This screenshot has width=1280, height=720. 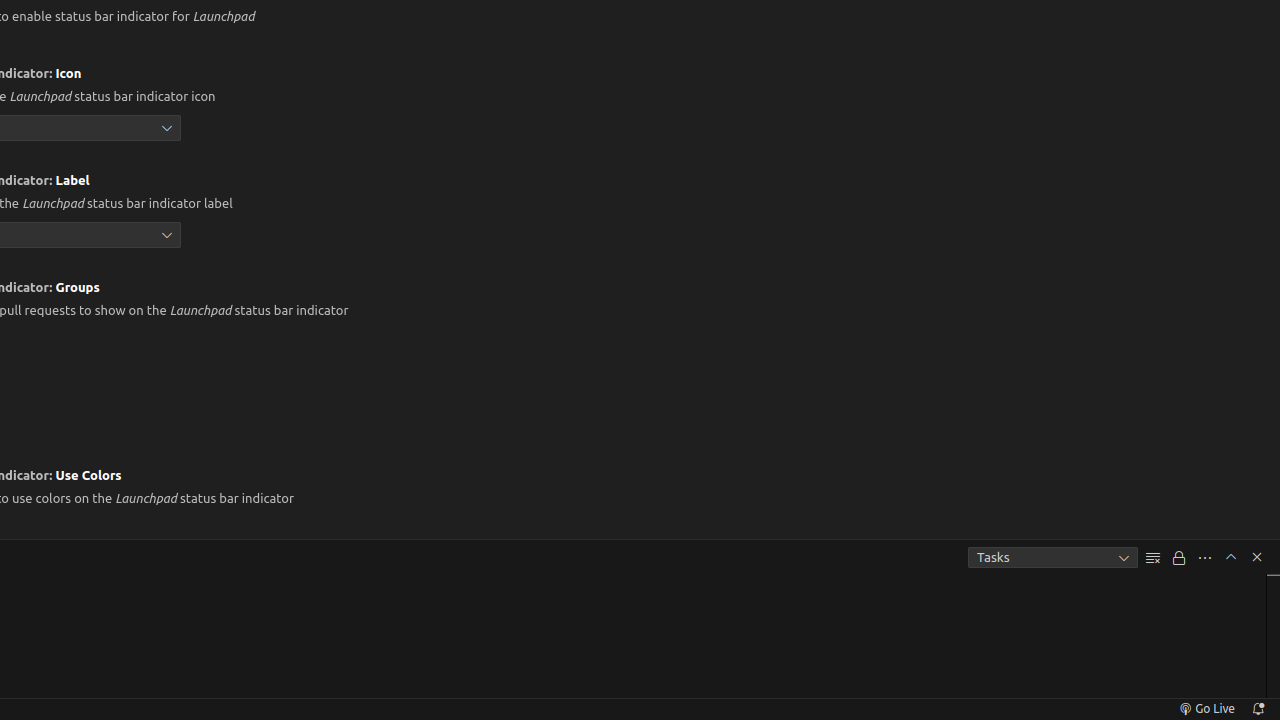 I want to click on 'Hide Panel', so click(x=1255, y=556).